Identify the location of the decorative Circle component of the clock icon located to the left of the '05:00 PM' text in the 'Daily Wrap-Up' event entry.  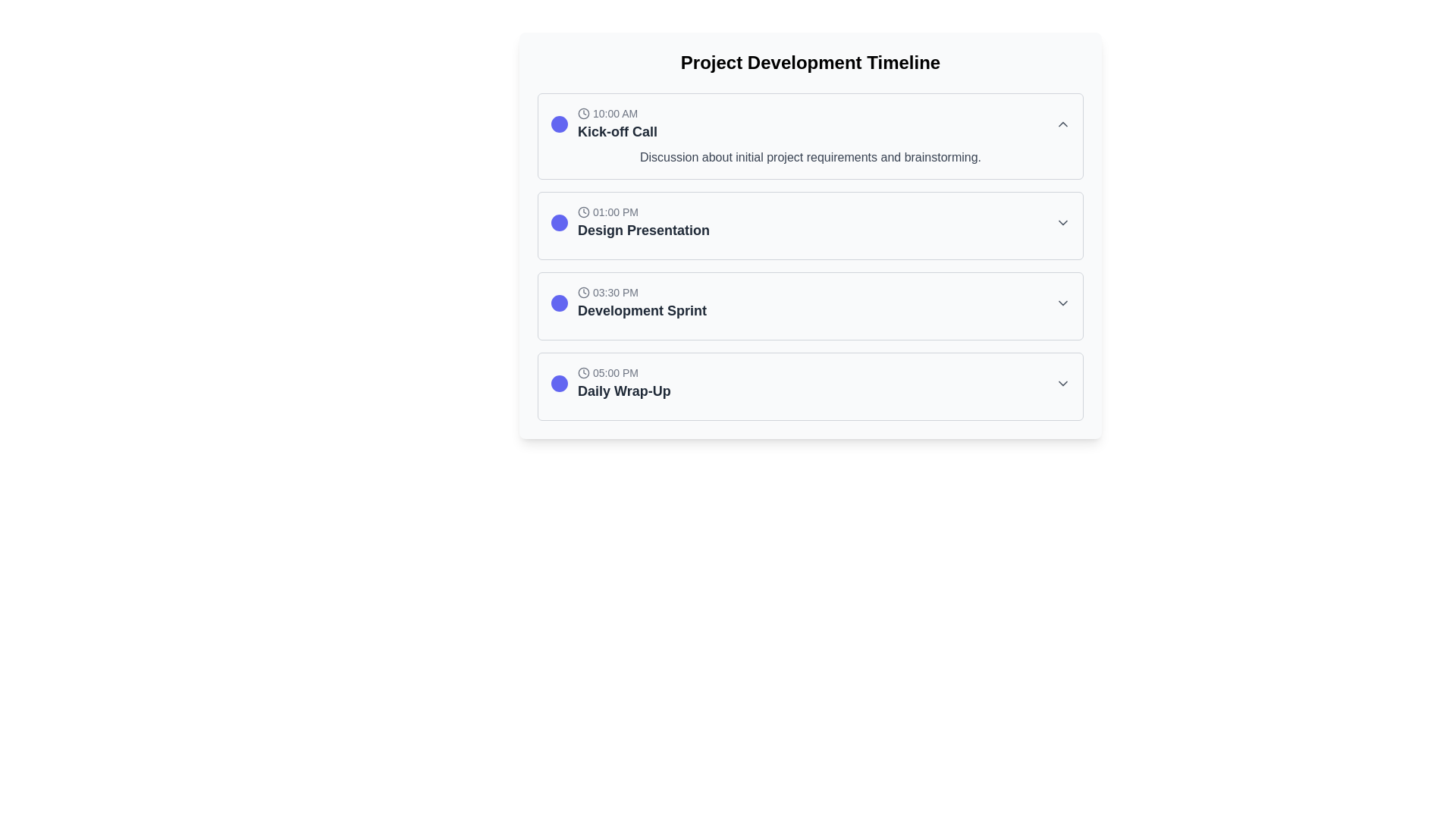
(582, 373).